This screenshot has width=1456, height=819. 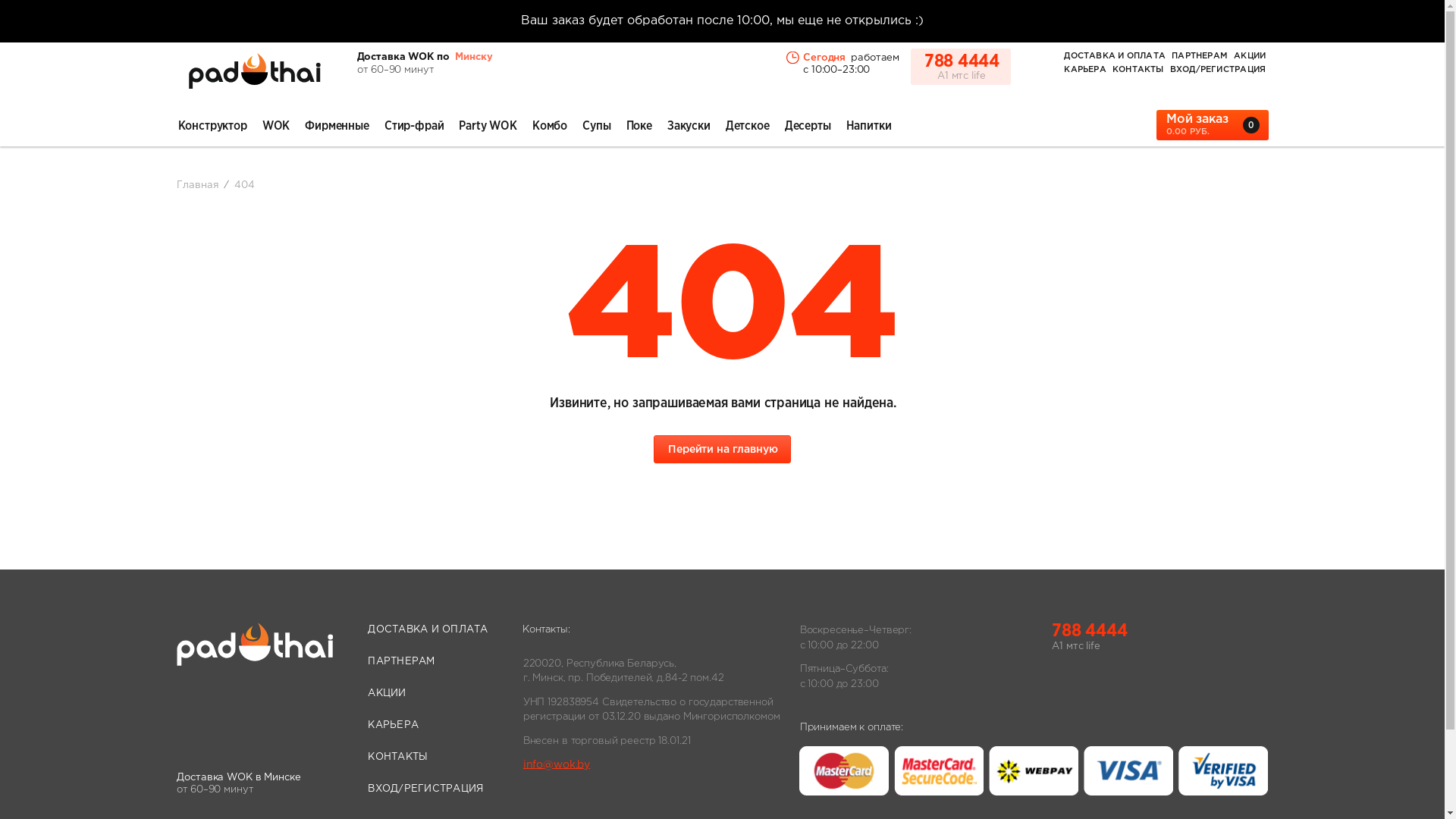 What do you see at coordinates (275, 124) in the screenshot?
I see `'WOK'` at bounding box center [275, 124].